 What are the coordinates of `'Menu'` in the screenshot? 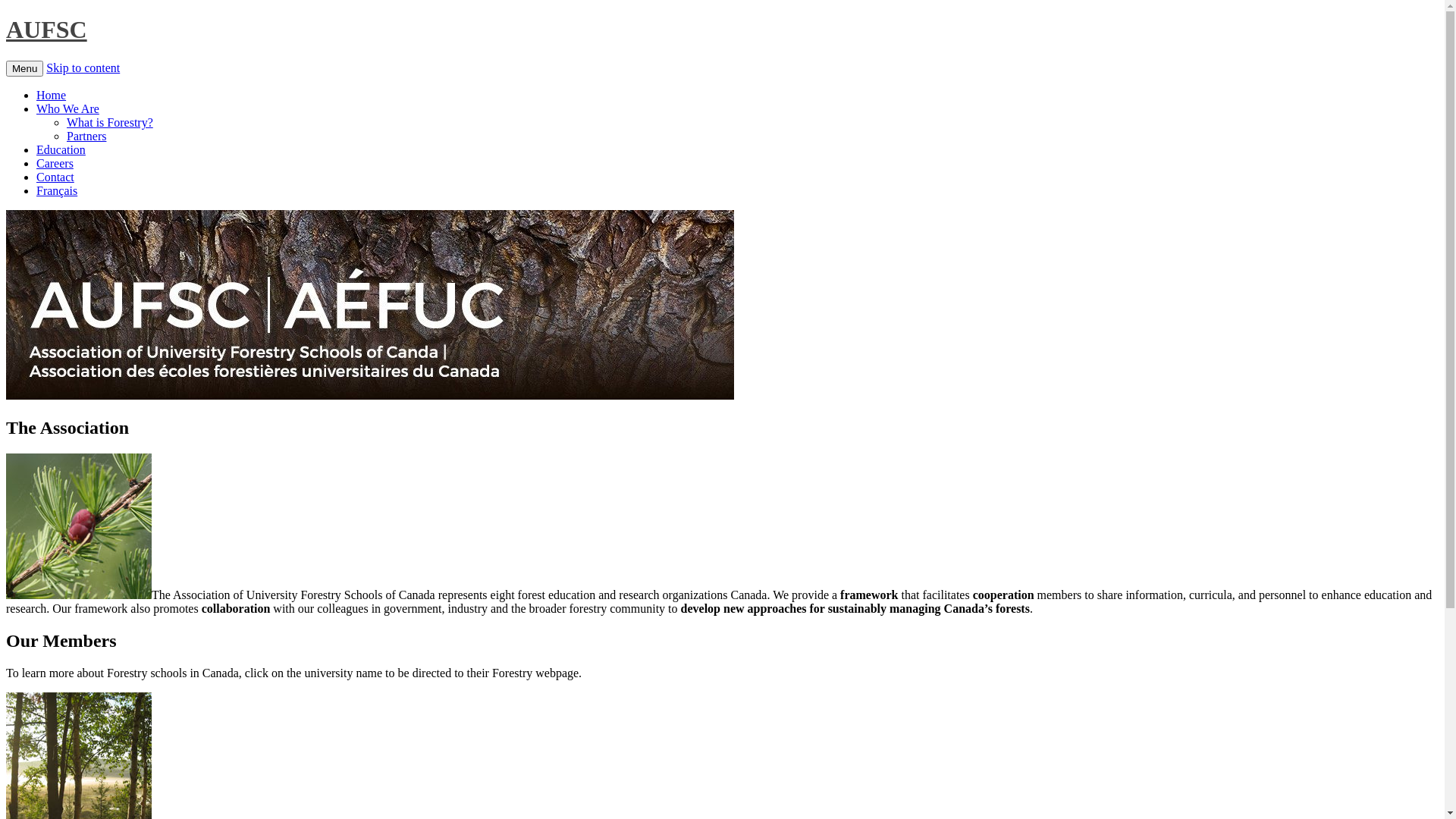 It's located at (24, 68).